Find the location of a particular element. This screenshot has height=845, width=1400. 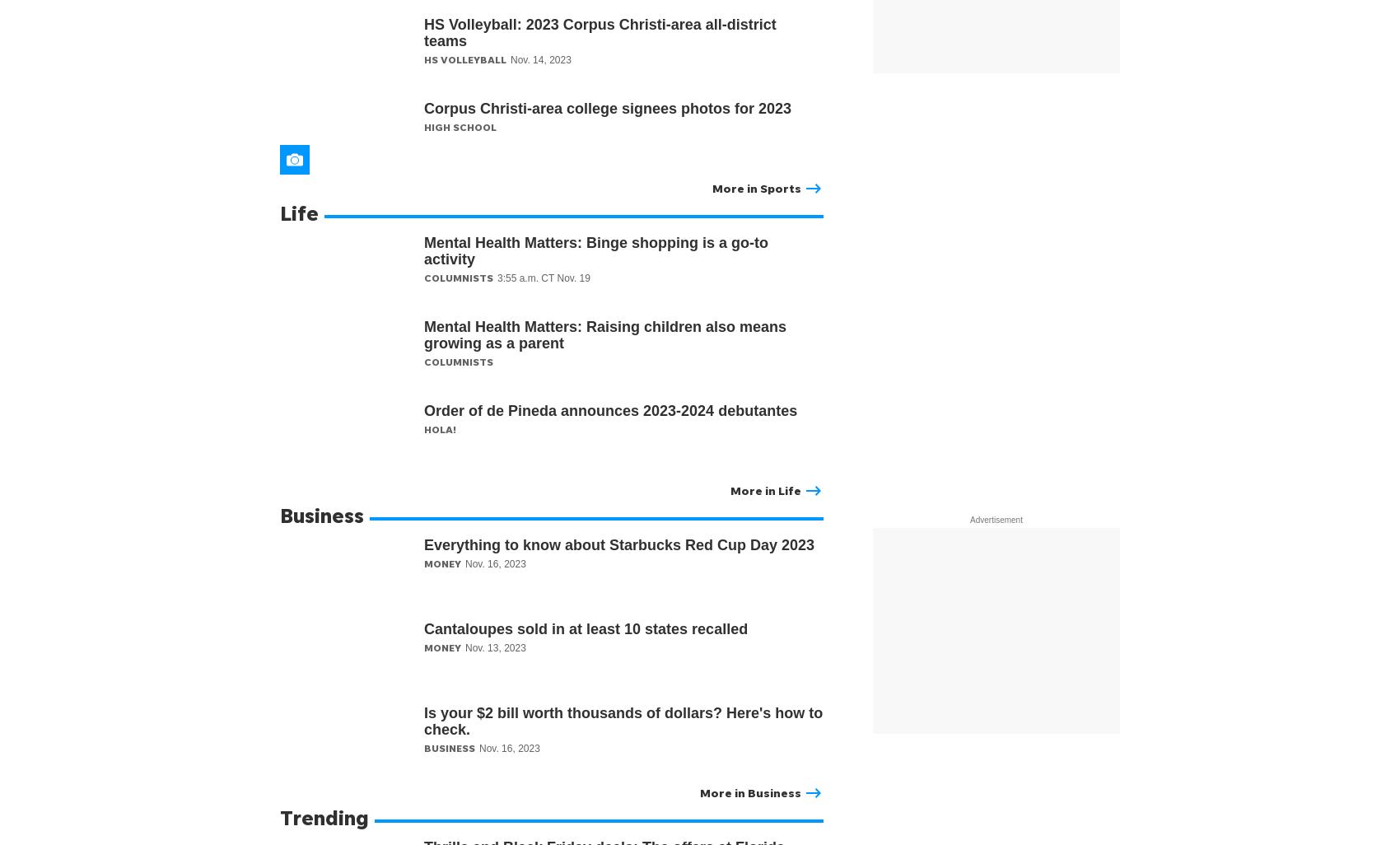

'Cantaloupes sold in at least 10 states recalled' is located at coordinates (588, 628).